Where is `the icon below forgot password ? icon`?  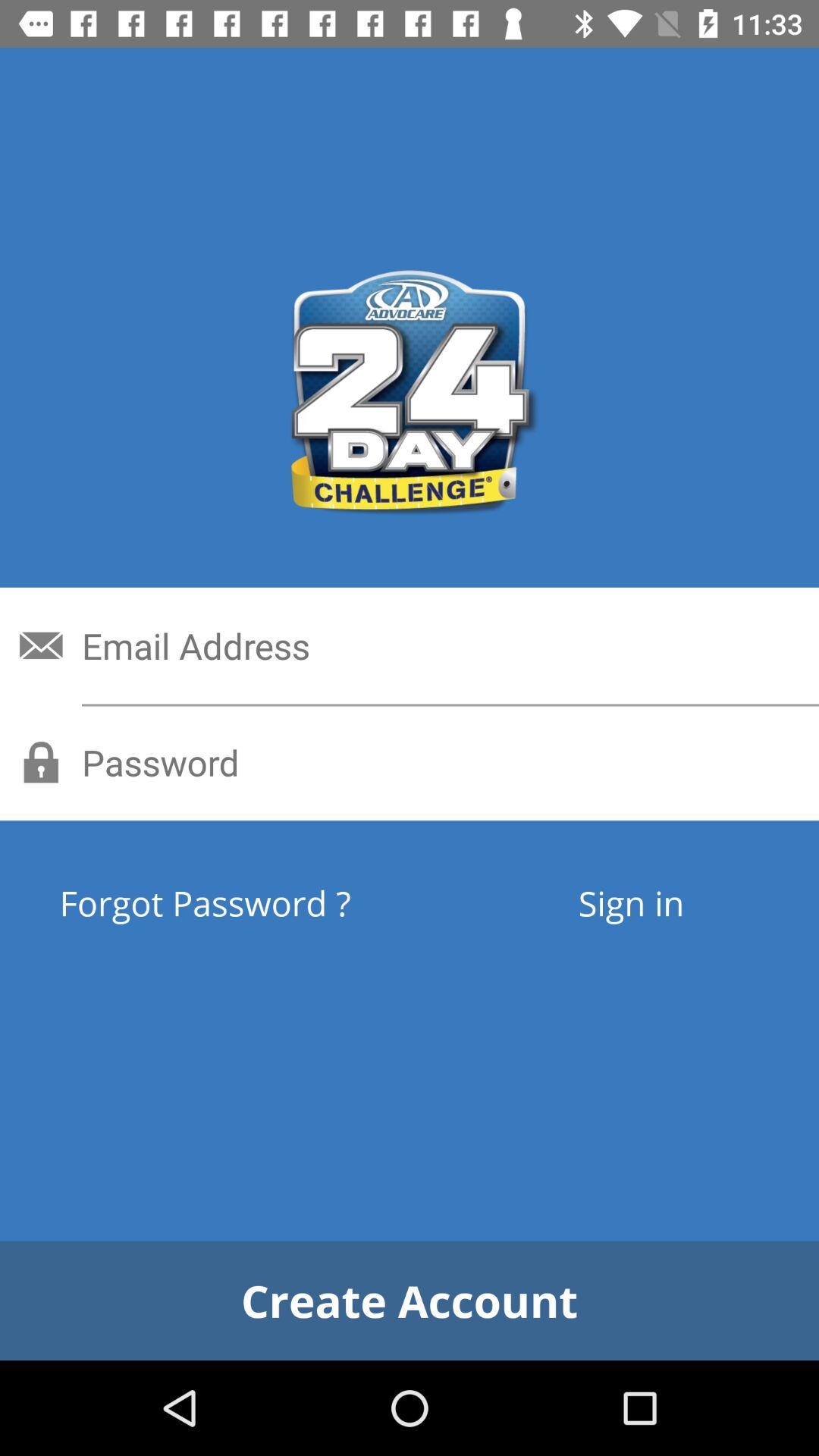
the icon below forgot password ? icon is located at coordinates (409, 1300).